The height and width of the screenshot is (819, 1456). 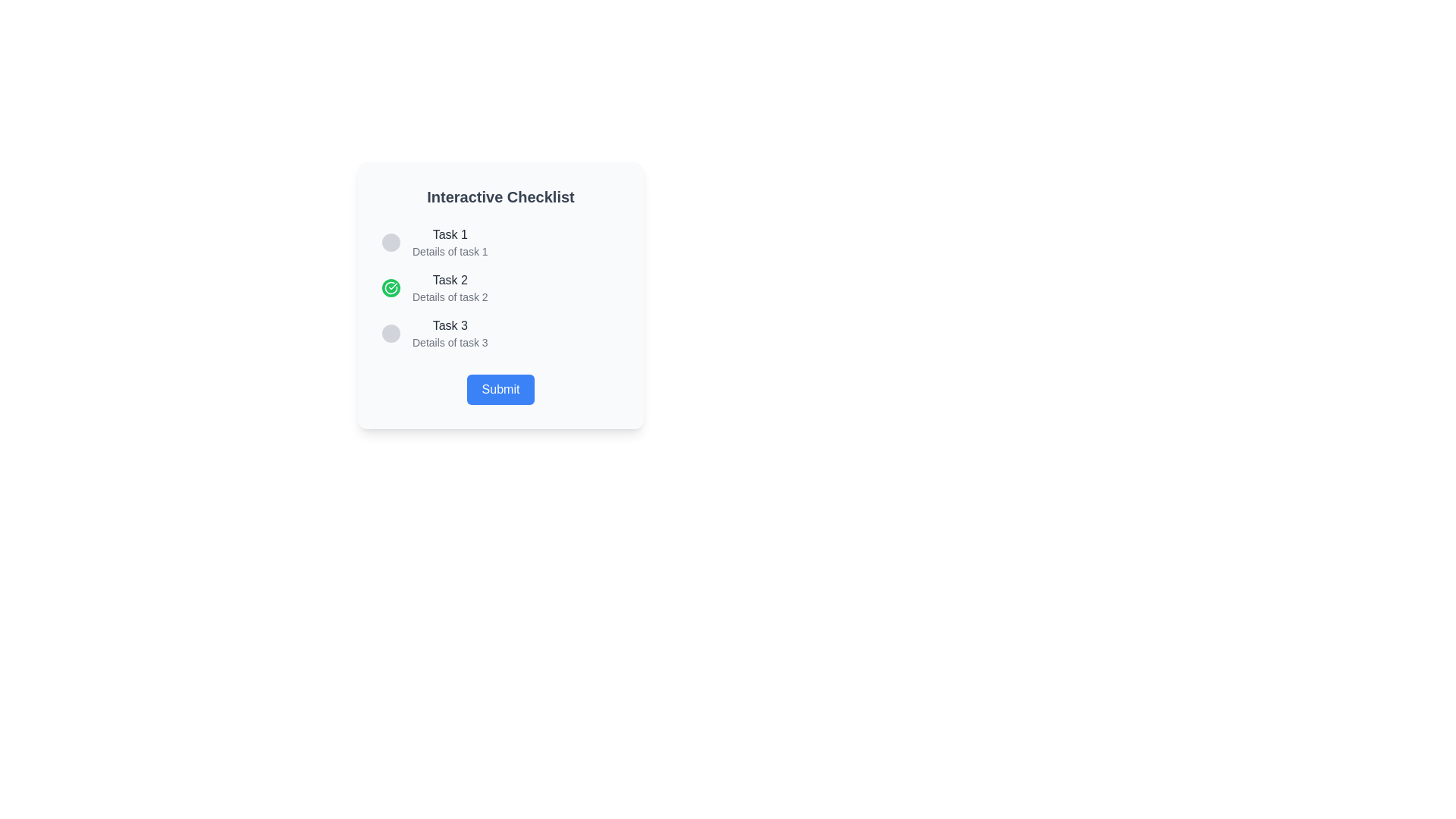 What do you see at coordinates (391, 288) in the screenshot?
I see `the Decorative icon or status indicator that signifies the completion status of 'Task 2' in the checklist, which is positioned inline to the left of the text 'Task 2'` at bounding box center [391, 288].